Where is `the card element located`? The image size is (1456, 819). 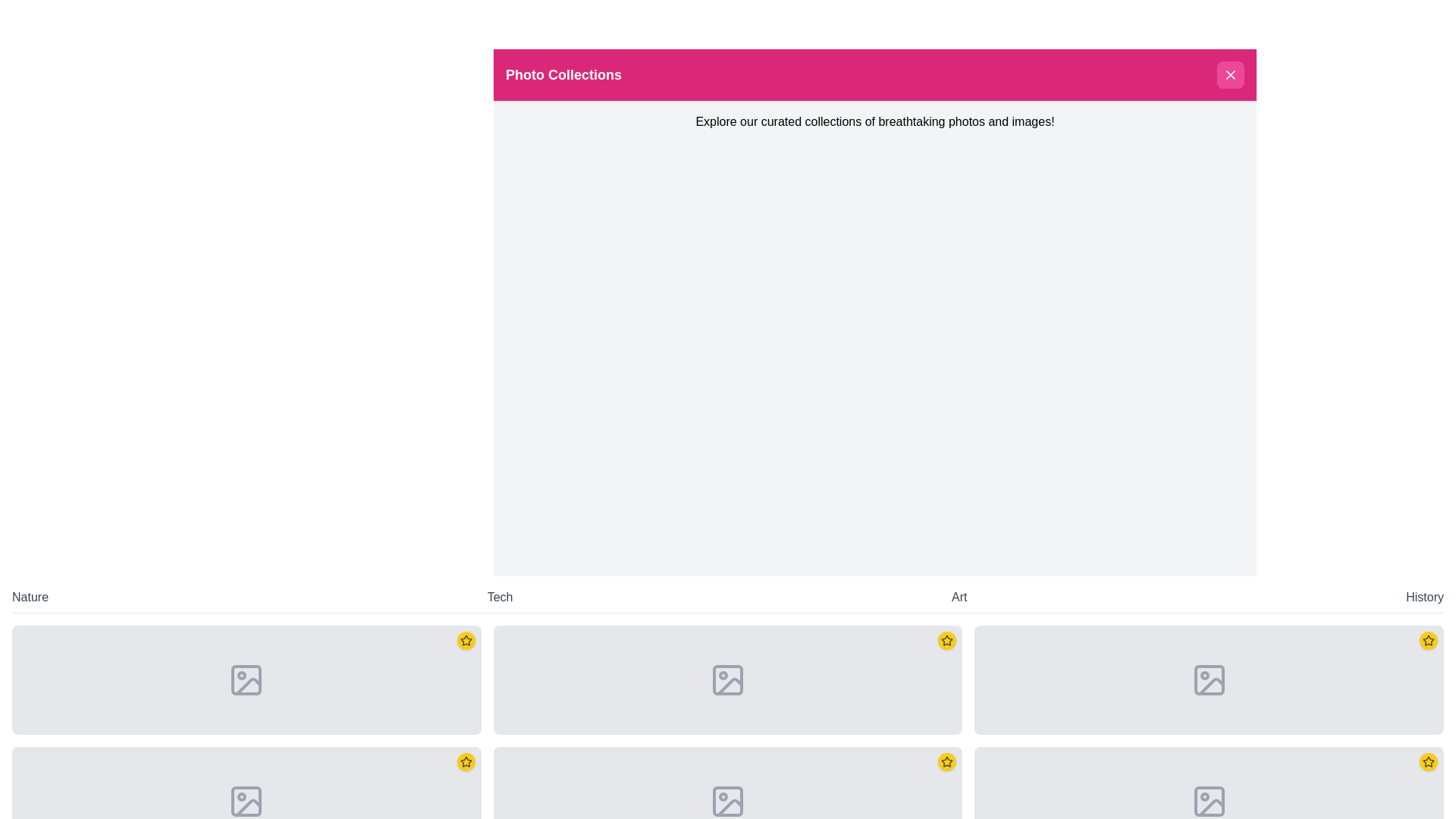
the card element located is located at coordinates (246, 679).